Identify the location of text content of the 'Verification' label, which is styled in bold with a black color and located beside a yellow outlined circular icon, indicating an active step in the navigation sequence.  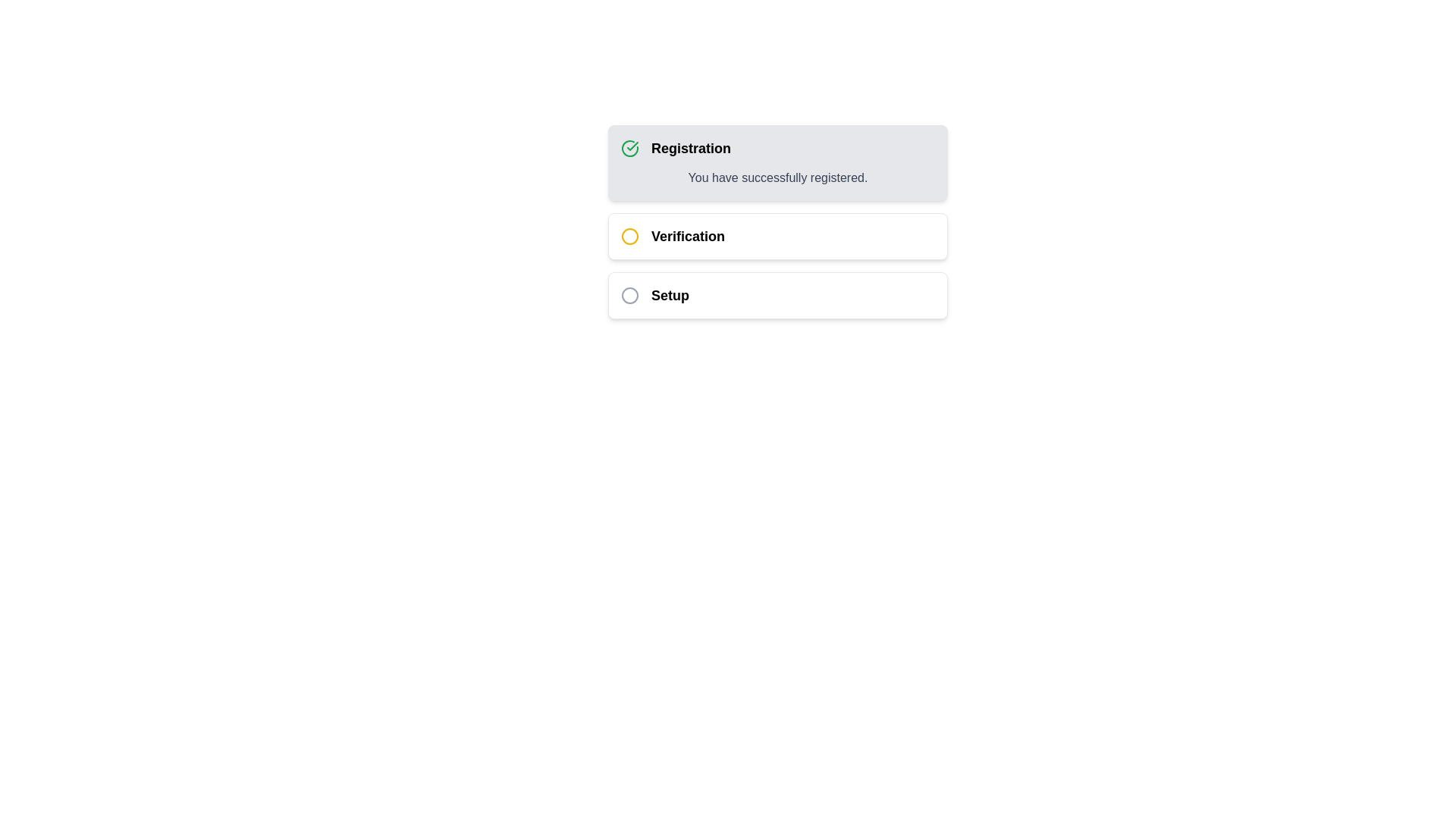
(687, 237).